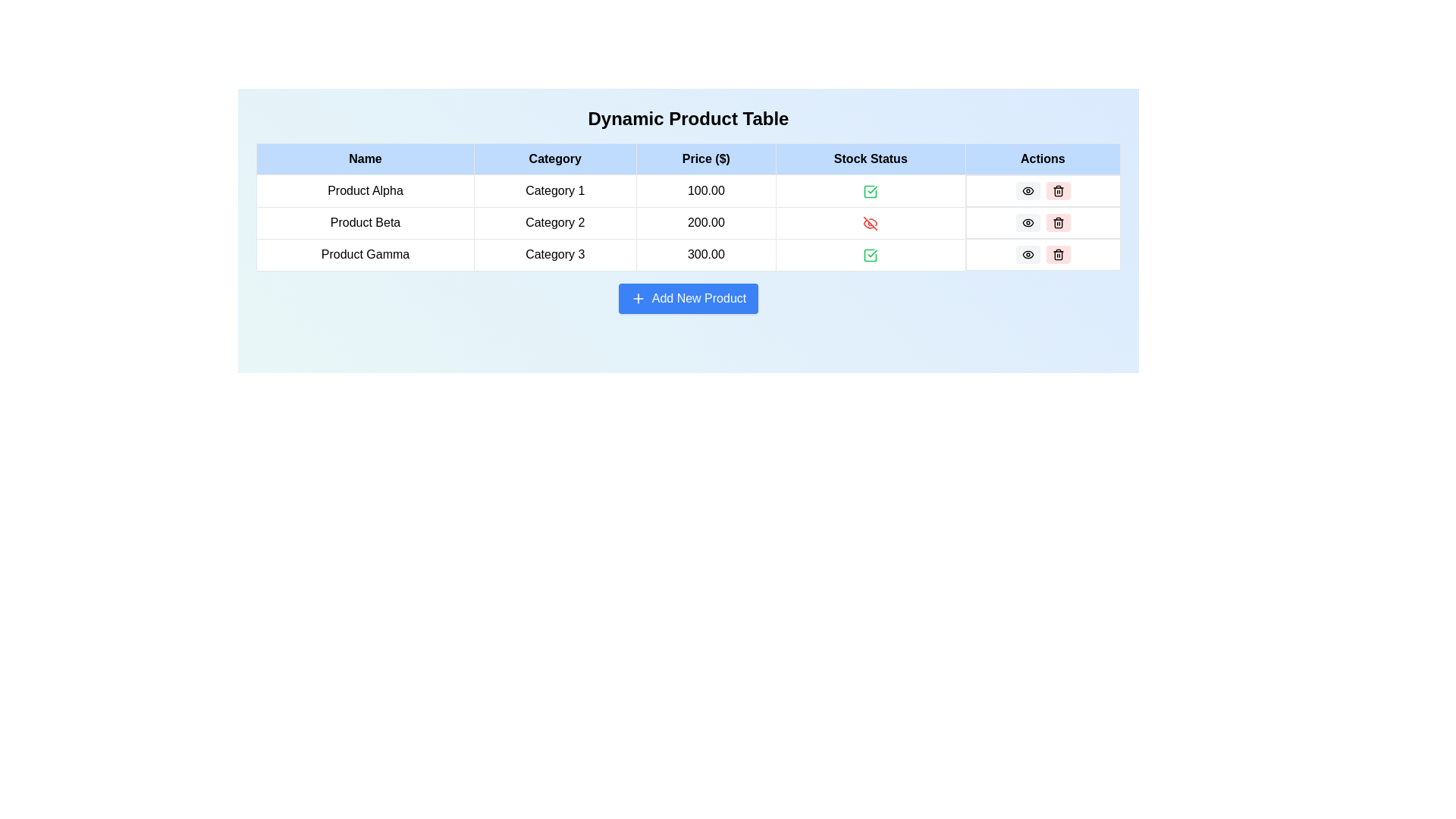 This screenshot has height=819, width=1456. I want to click on the first action button in the 'Actions' column of the last row of the table, so click(1028, 253).